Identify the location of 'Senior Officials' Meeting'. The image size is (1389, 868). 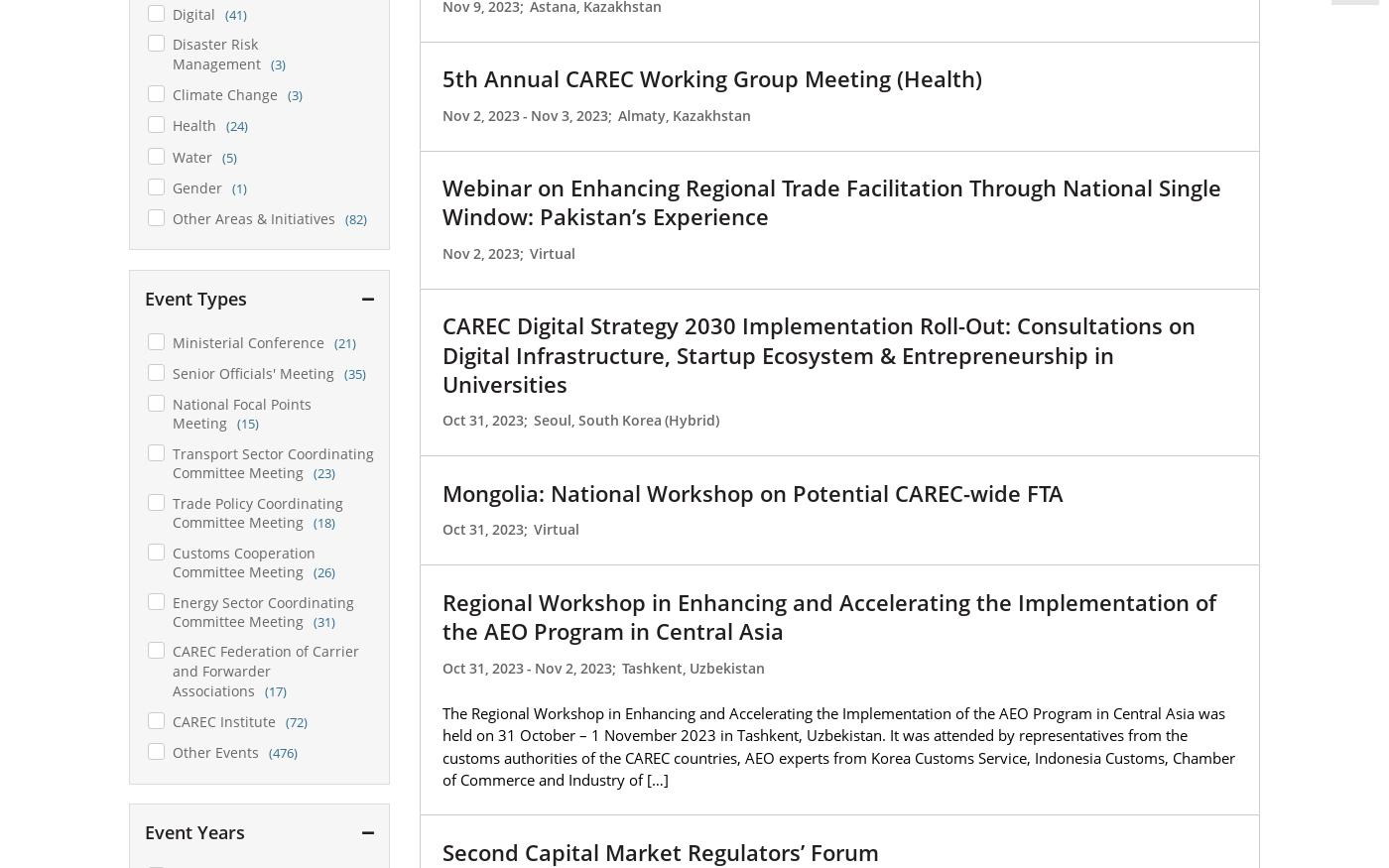
(252, 372).